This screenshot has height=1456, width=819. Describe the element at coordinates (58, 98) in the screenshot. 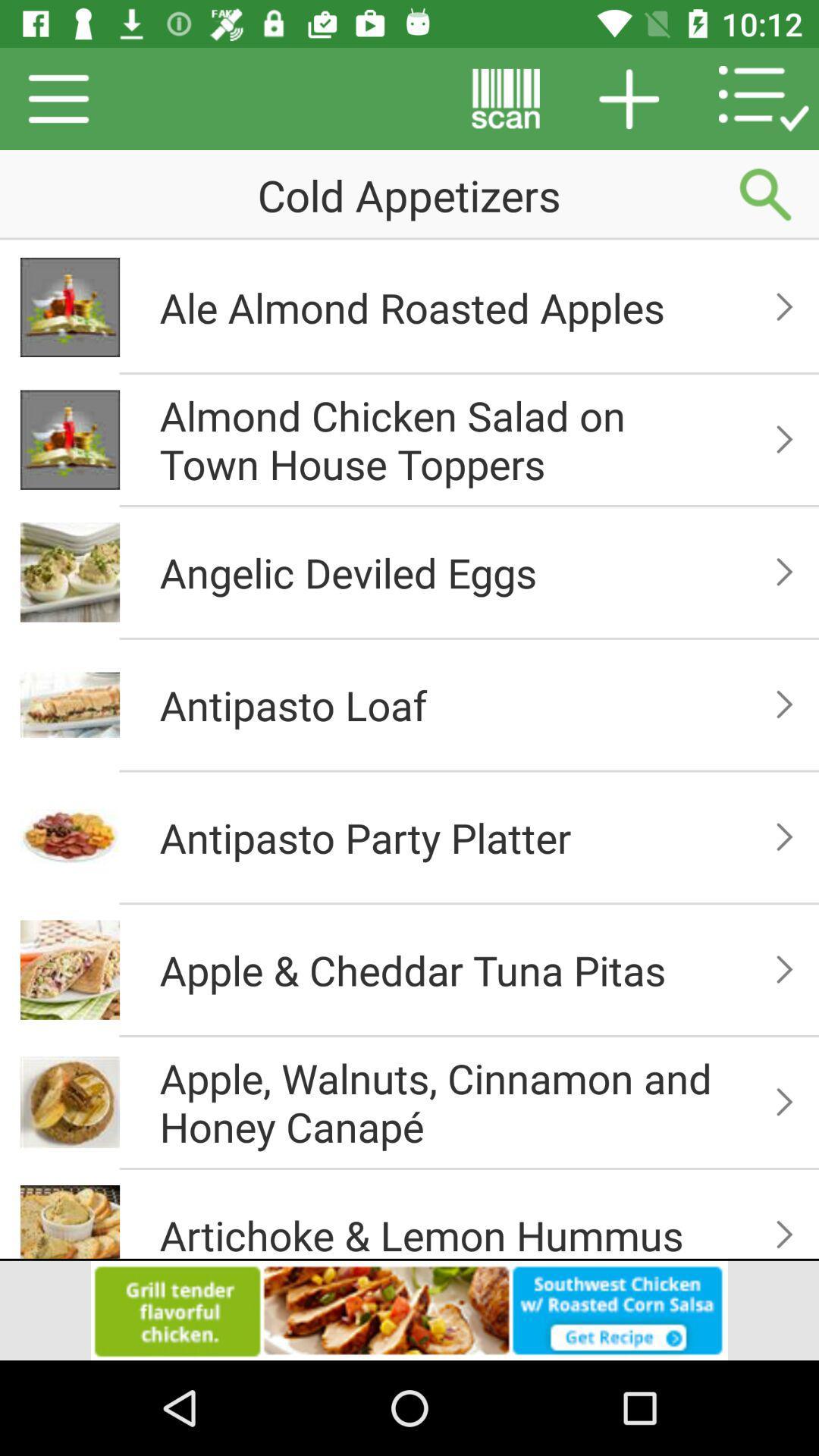

I see `the menu icon` at that location.